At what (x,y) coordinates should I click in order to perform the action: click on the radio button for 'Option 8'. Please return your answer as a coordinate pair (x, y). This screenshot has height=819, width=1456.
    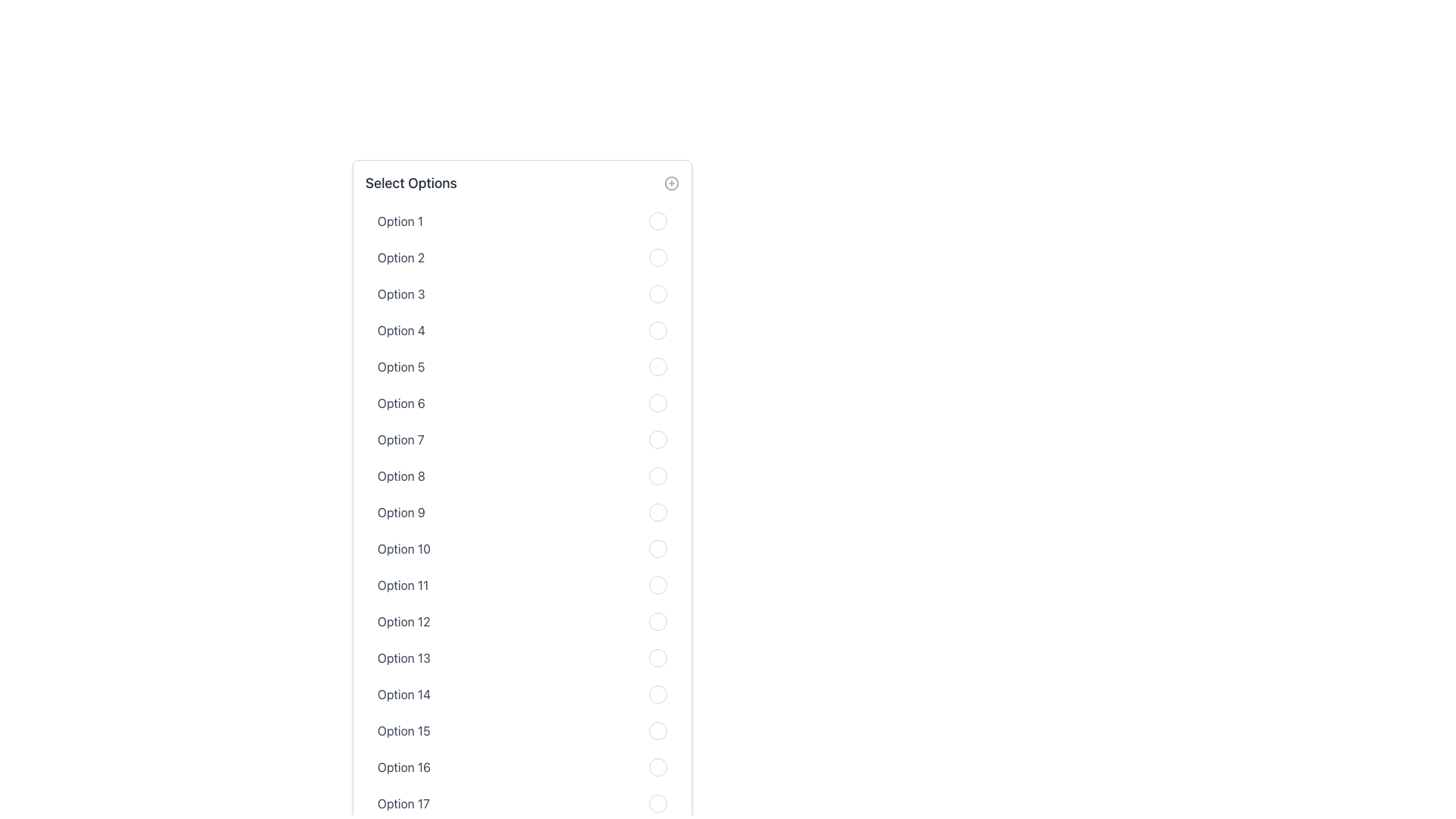
    Looking at the image, I should click on (658, 475).